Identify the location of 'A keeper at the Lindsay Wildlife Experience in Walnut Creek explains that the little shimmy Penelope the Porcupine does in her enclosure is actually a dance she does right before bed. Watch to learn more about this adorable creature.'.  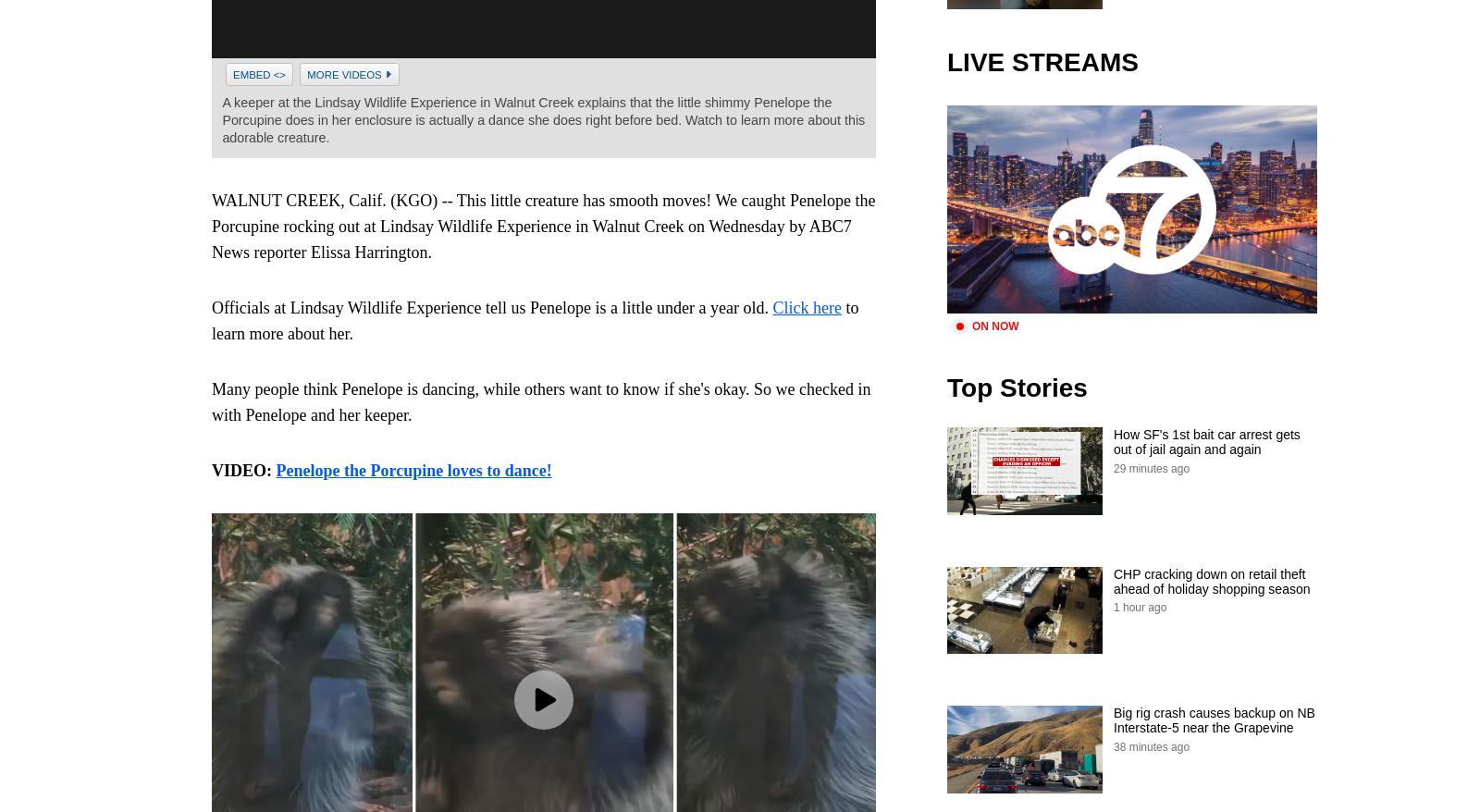
(542, 118).